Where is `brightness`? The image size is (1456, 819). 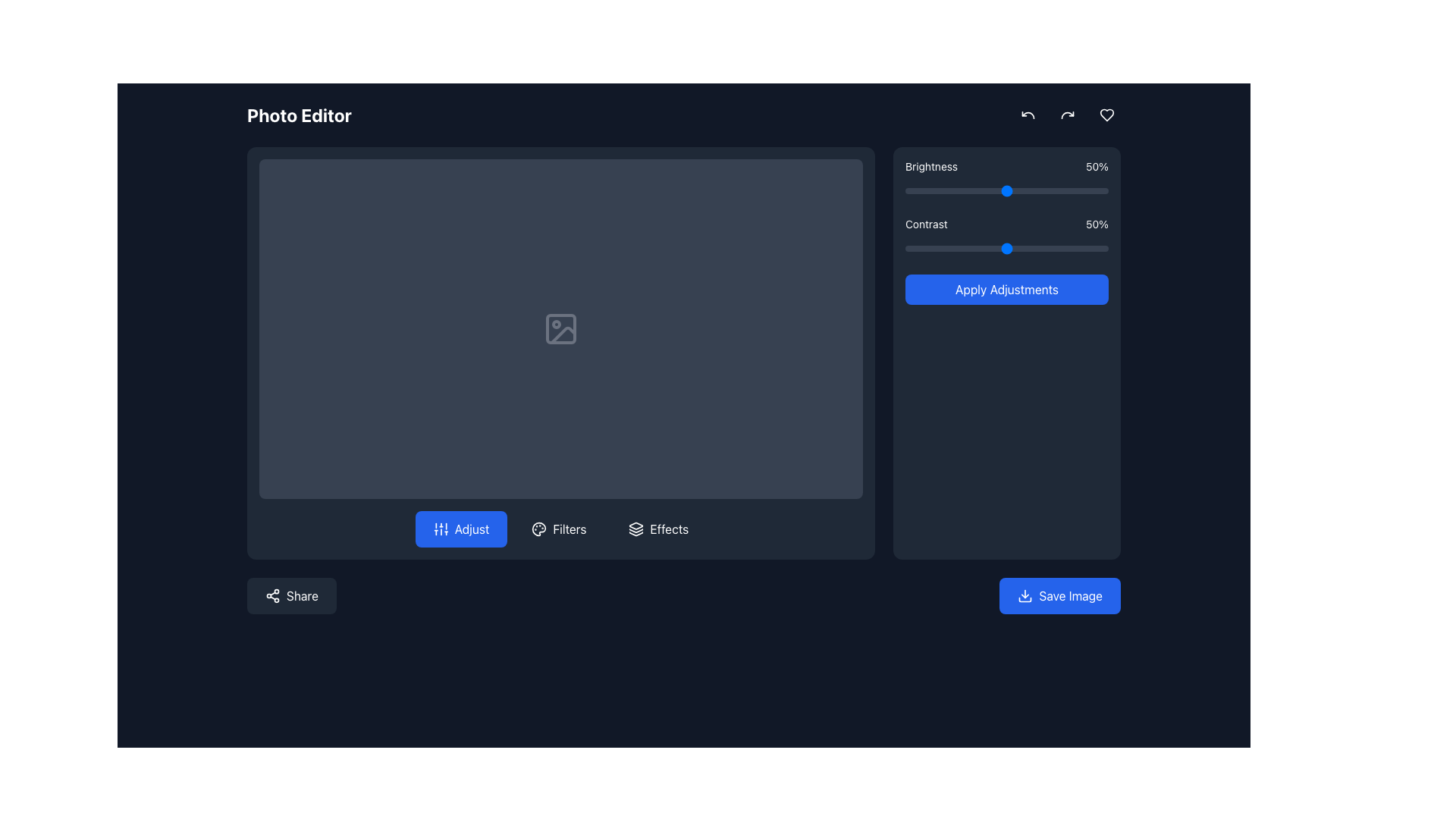
brightness is located at coordinates (1100, 190).